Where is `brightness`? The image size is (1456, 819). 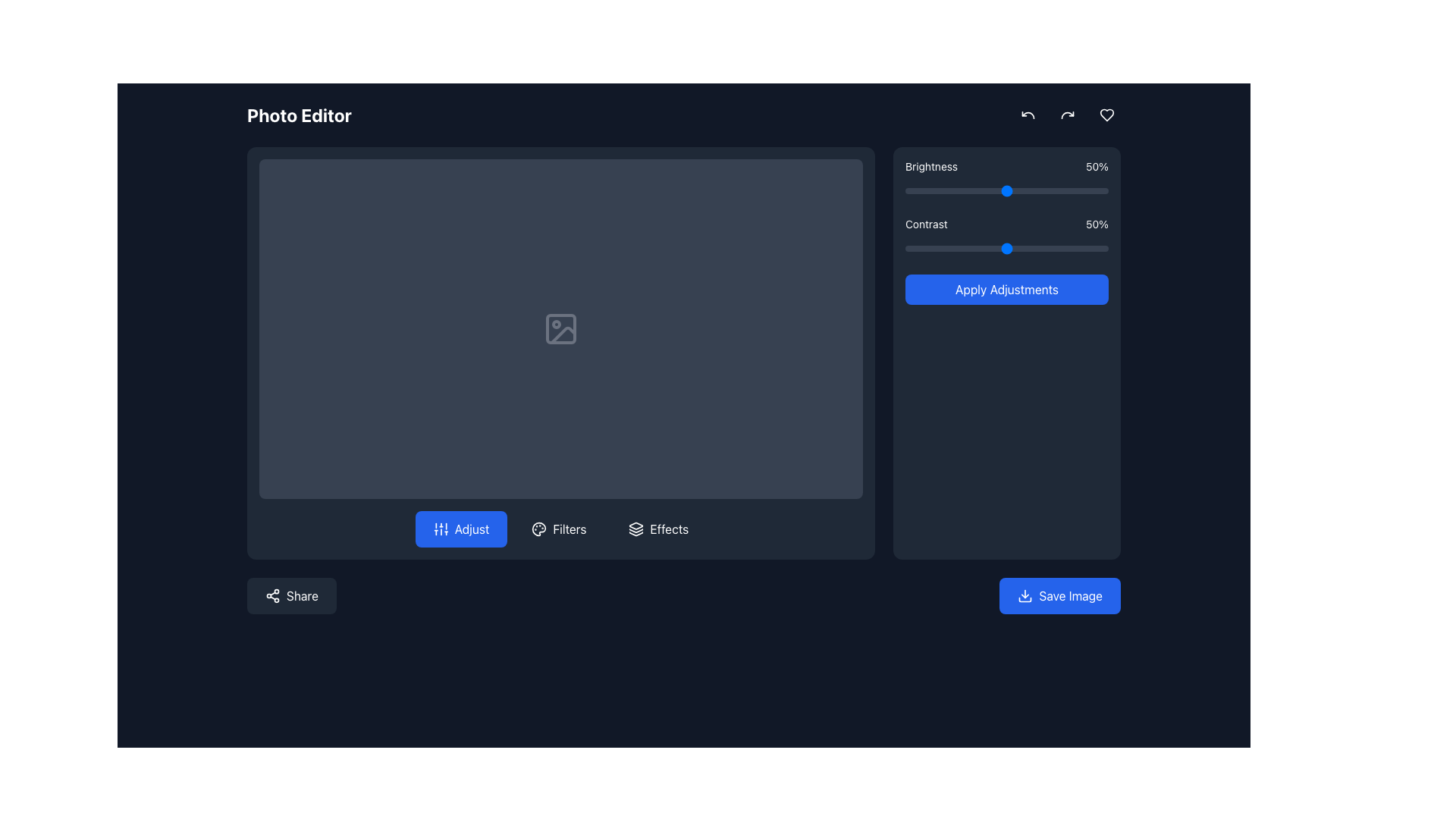
brightness is located at coordinates (1100, 190).